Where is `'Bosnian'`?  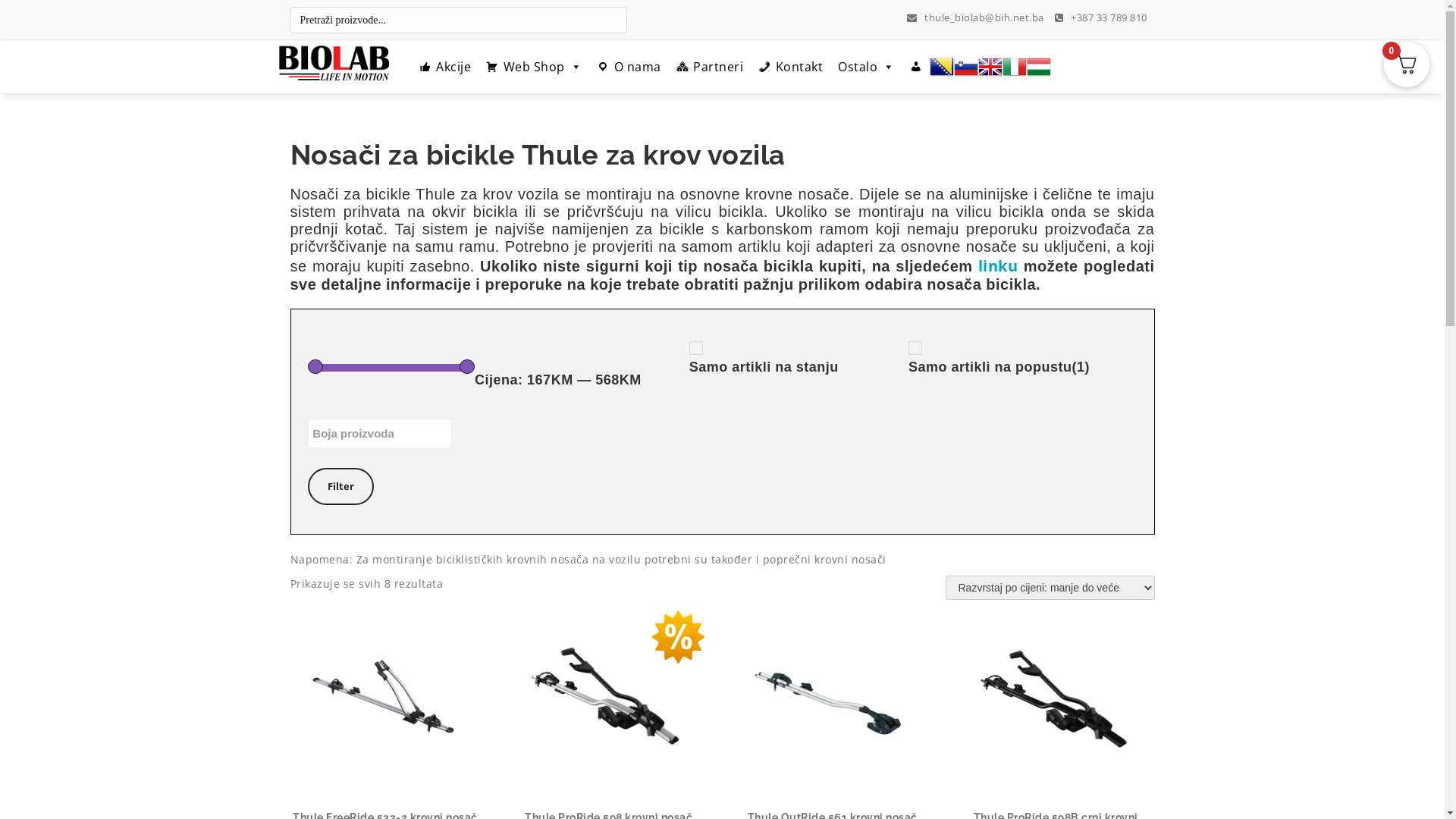
'Bosnian' is located at coordinates (941, 66).